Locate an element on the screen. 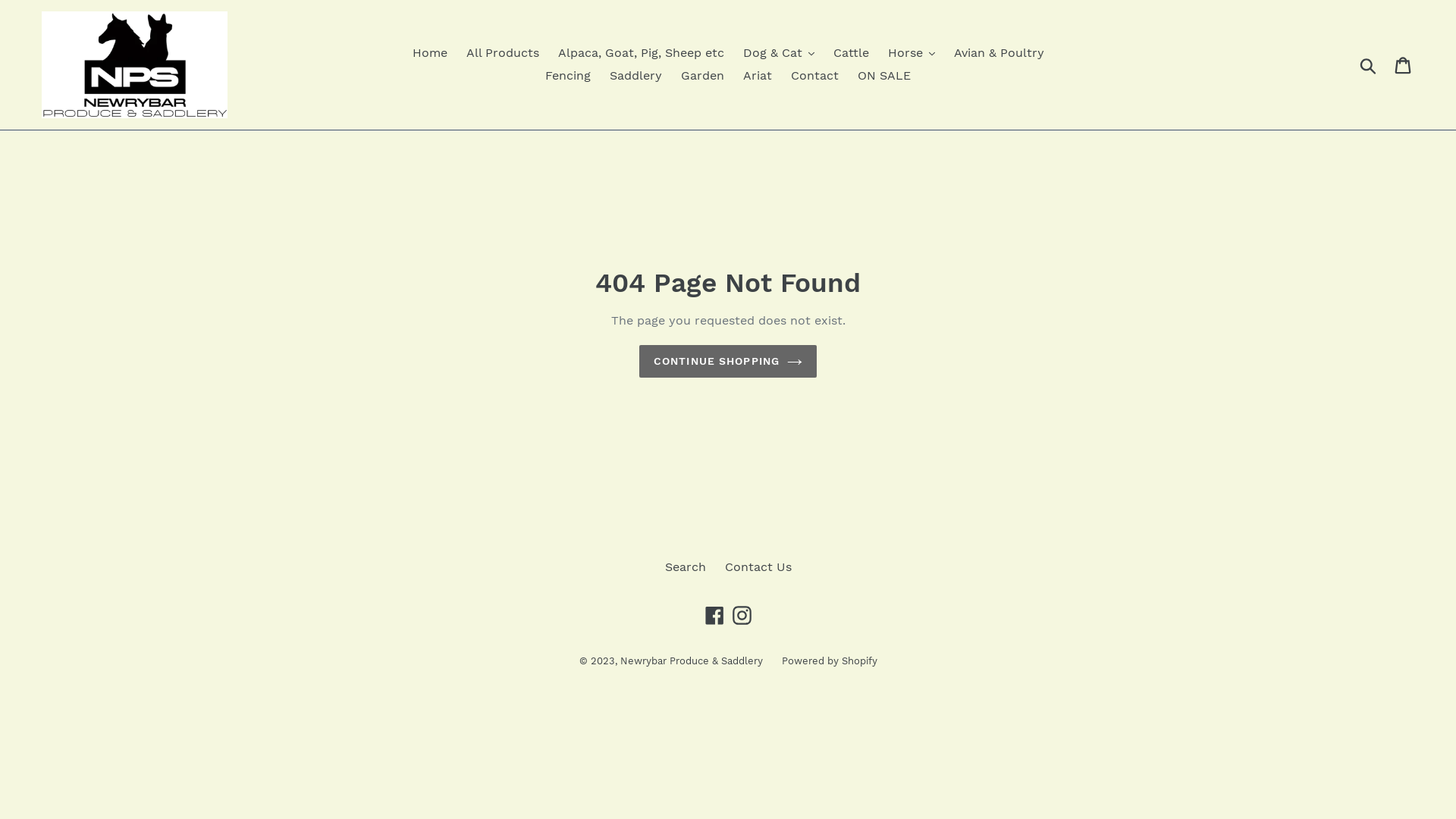  'Cart' is located at coordinates (1403, 64).